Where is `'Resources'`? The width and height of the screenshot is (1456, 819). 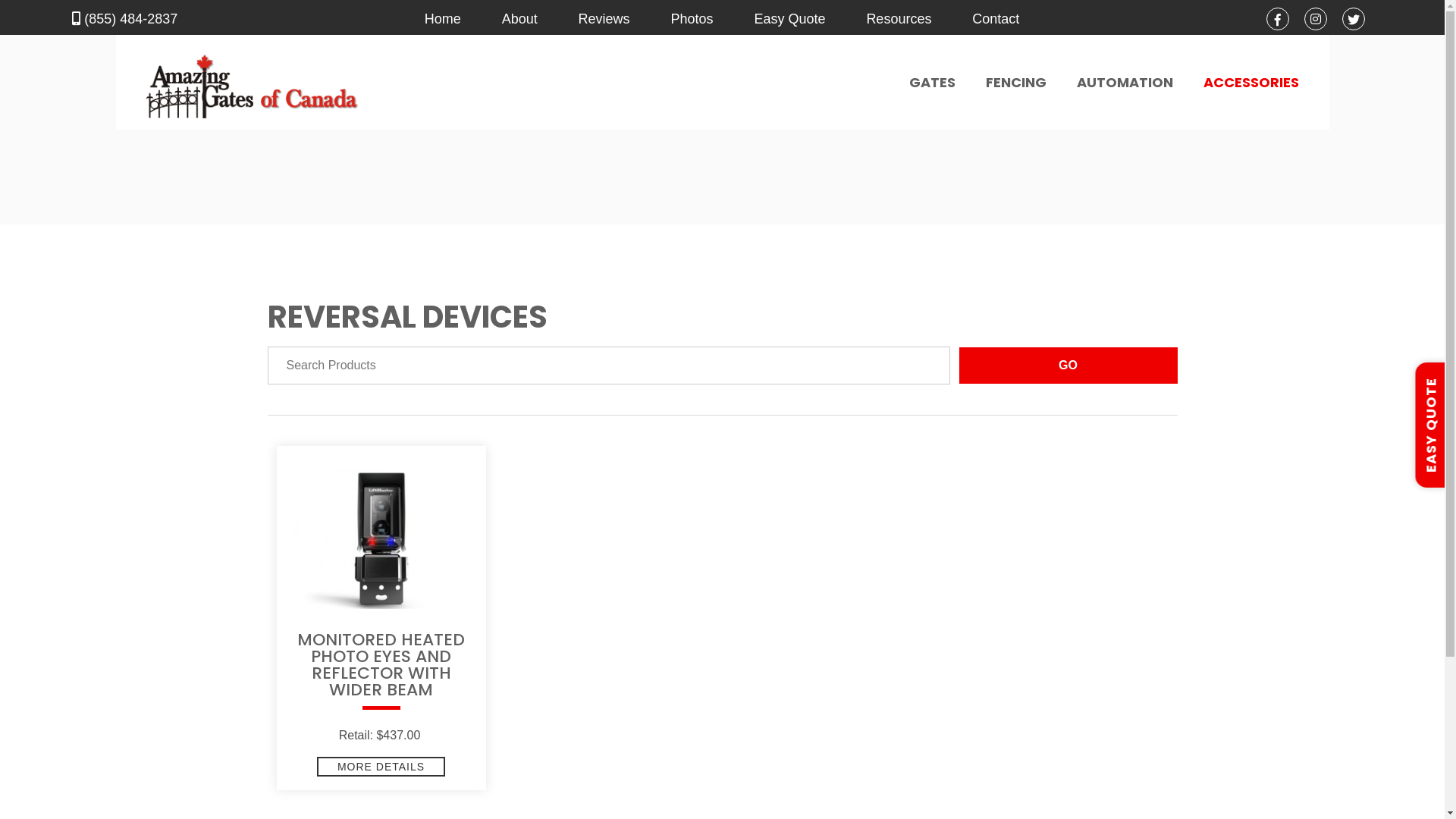
'Resources' is located at coordinates (899, 18).